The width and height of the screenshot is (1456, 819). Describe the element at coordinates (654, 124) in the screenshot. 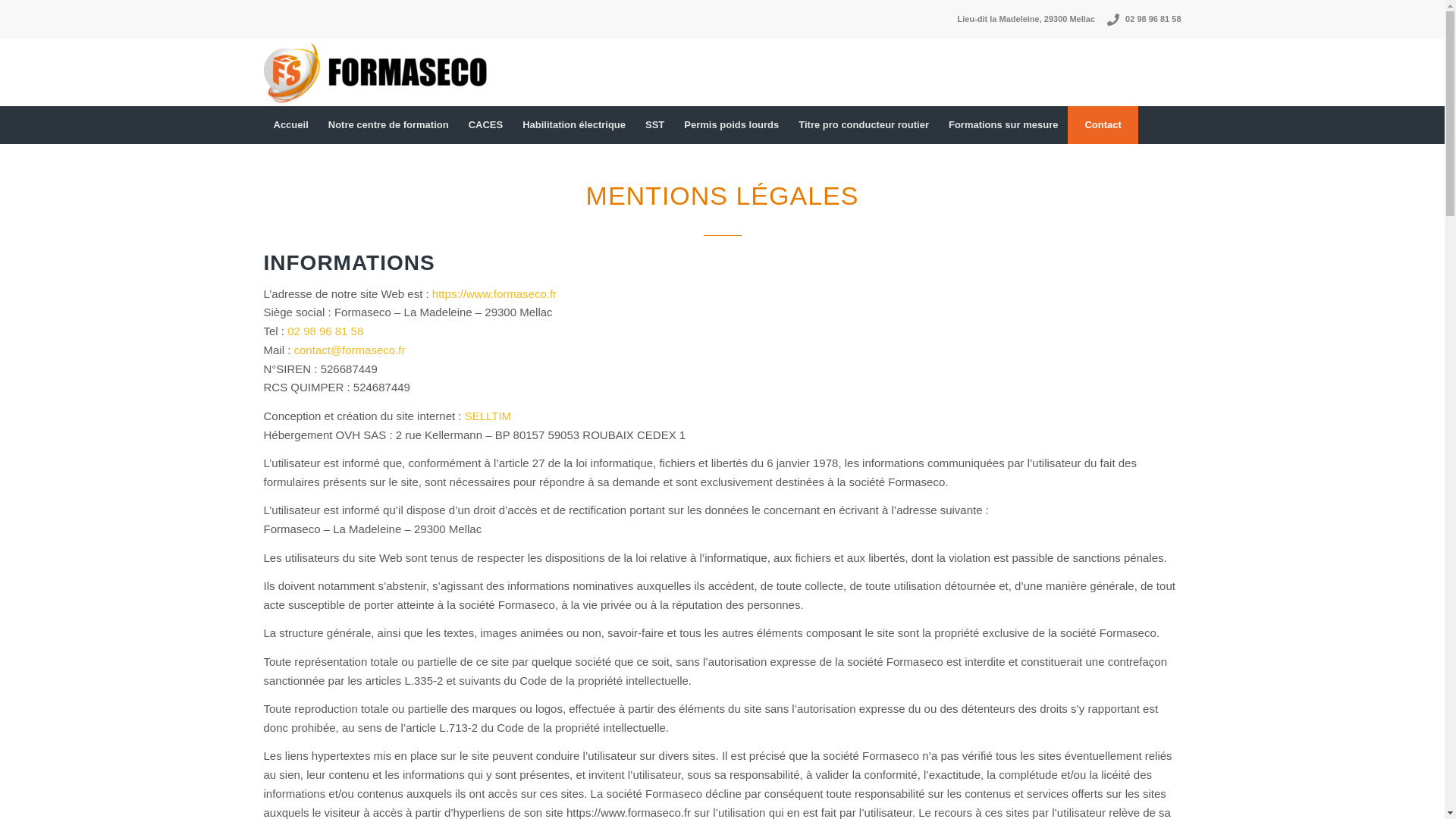

I see `'SST'` at that location.